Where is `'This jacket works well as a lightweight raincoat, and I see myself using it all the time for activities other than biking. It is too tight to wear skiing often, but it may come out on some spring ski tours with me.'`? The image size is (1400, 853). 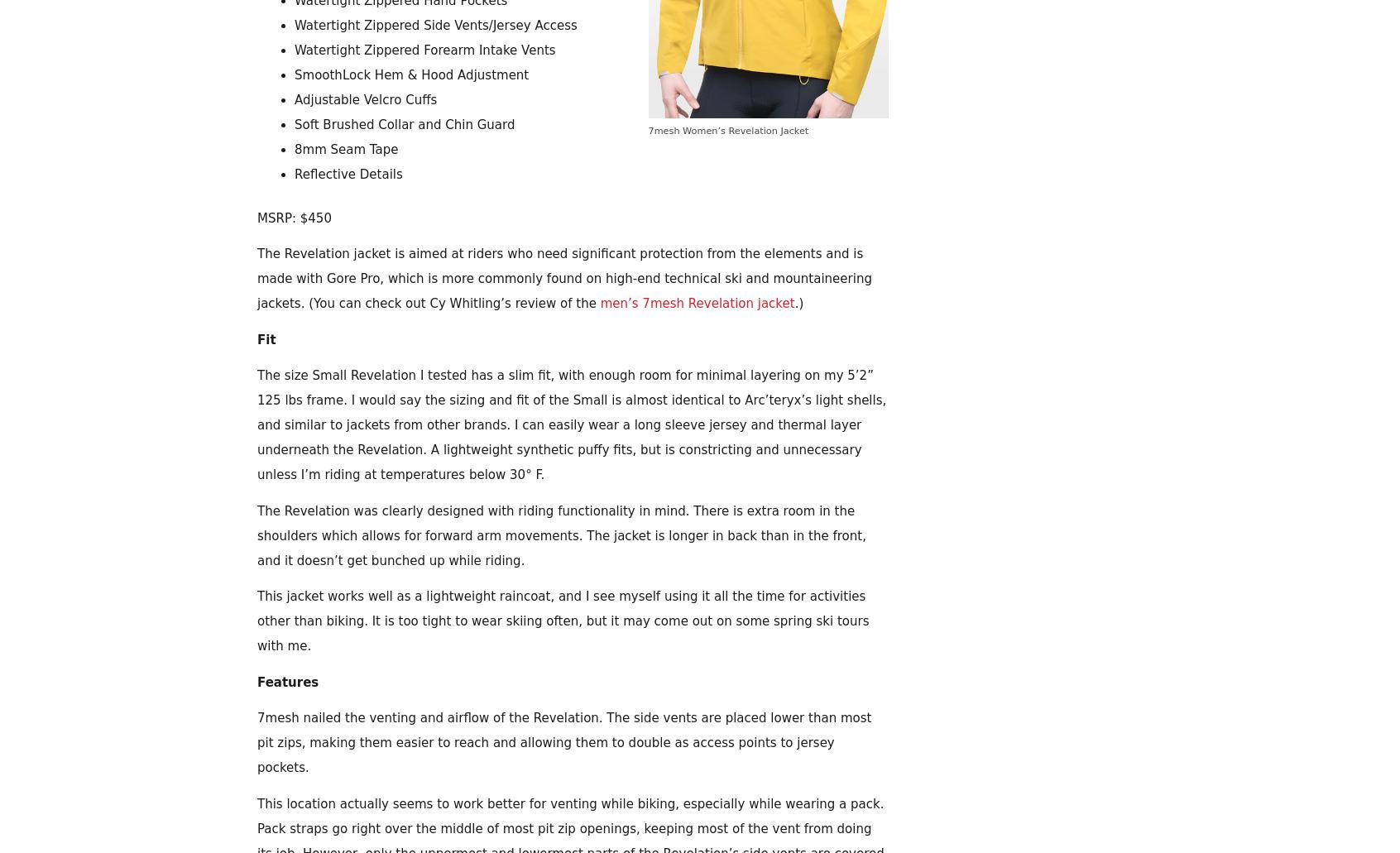 'This jacket works well as a lightweight raincoat, and I see myself using it all the time for activities other than biking. It is too tight to wear skiing often, but it may come out on some spring ski tours with me.' is located at coordinates (563, 620).